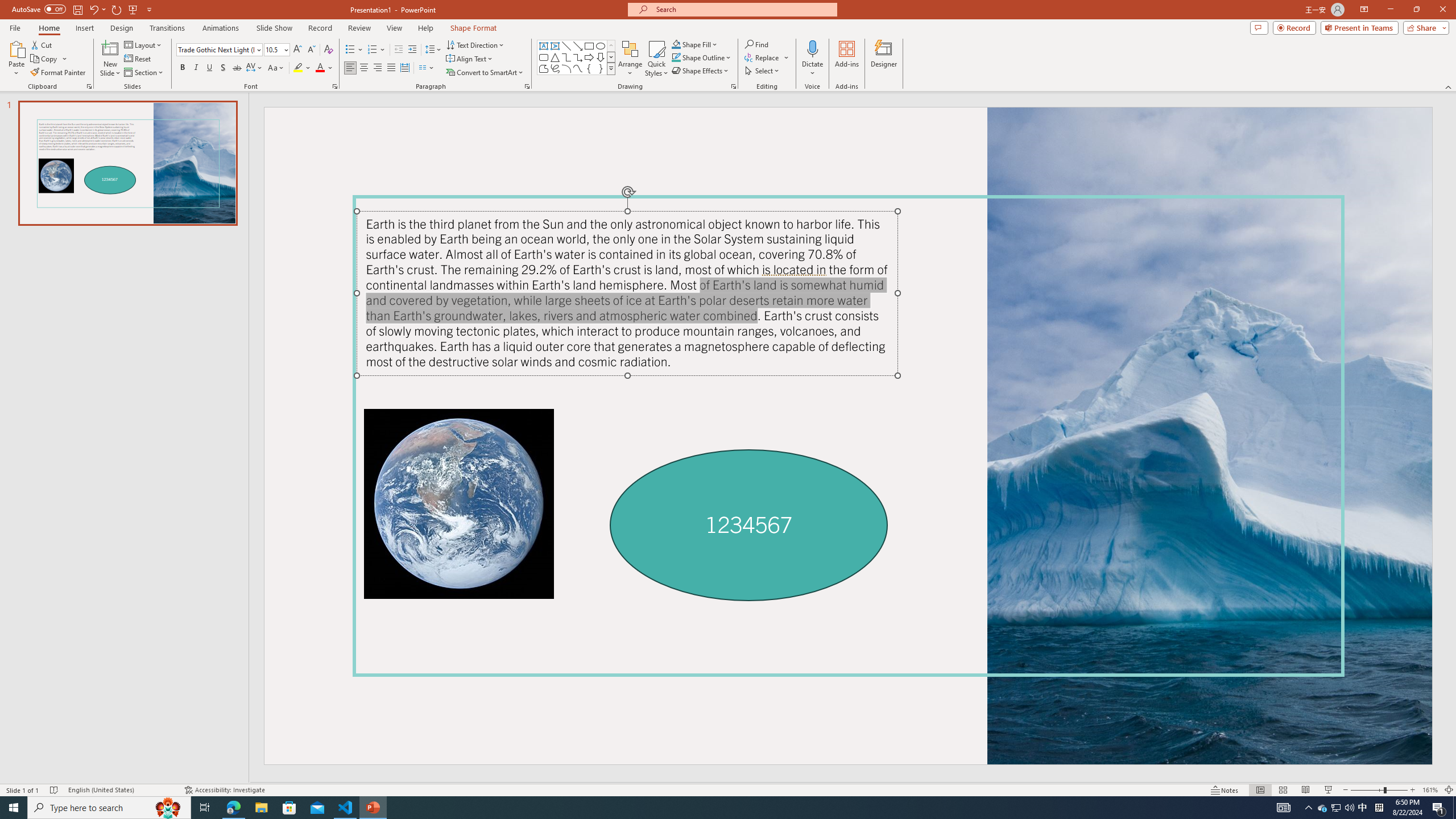 The height and width of the screenshot is (819, 1456). Describe the element at coordinates (676, 56) in the screenshot. I see `'Shape Outline Teal, Accent 1'` at that location.